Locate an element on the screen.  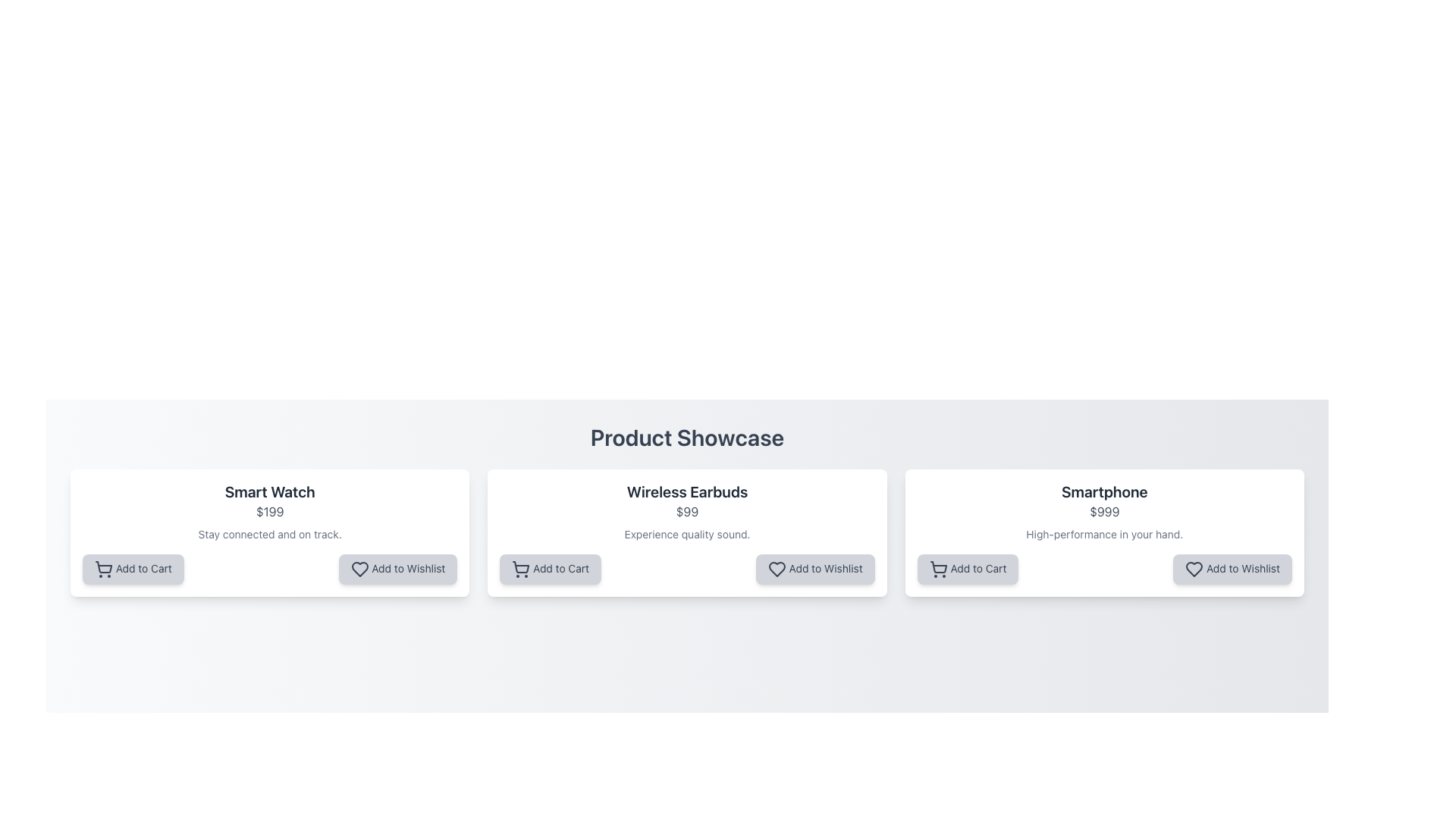
the text label that says 'Stay connected and on track.' located below the price label in the Smart Watch product card is located at coordinates (270, 534).